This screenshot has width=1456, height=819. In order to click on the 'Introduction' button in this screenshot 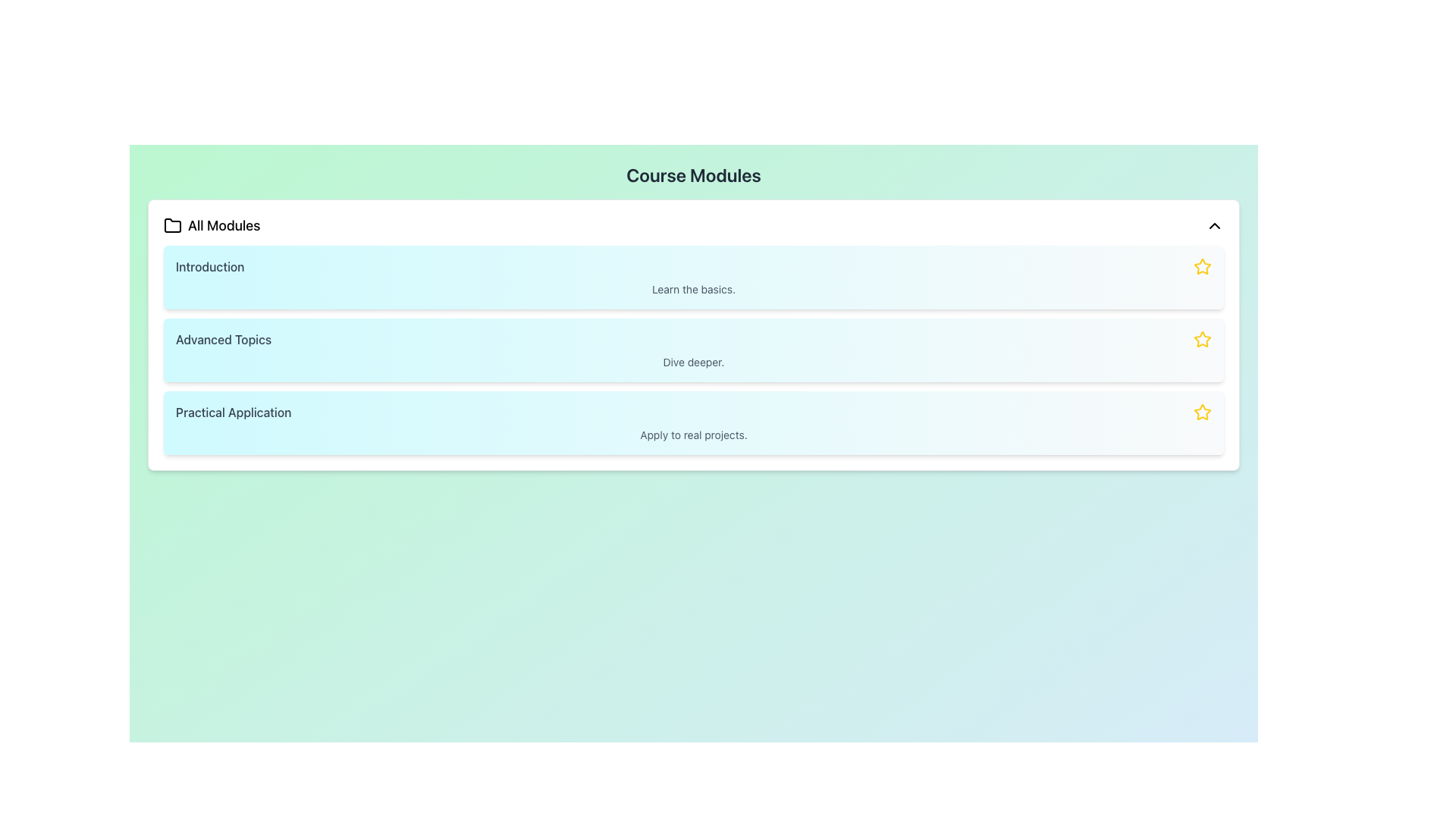, I will do `click(693, 278)`.